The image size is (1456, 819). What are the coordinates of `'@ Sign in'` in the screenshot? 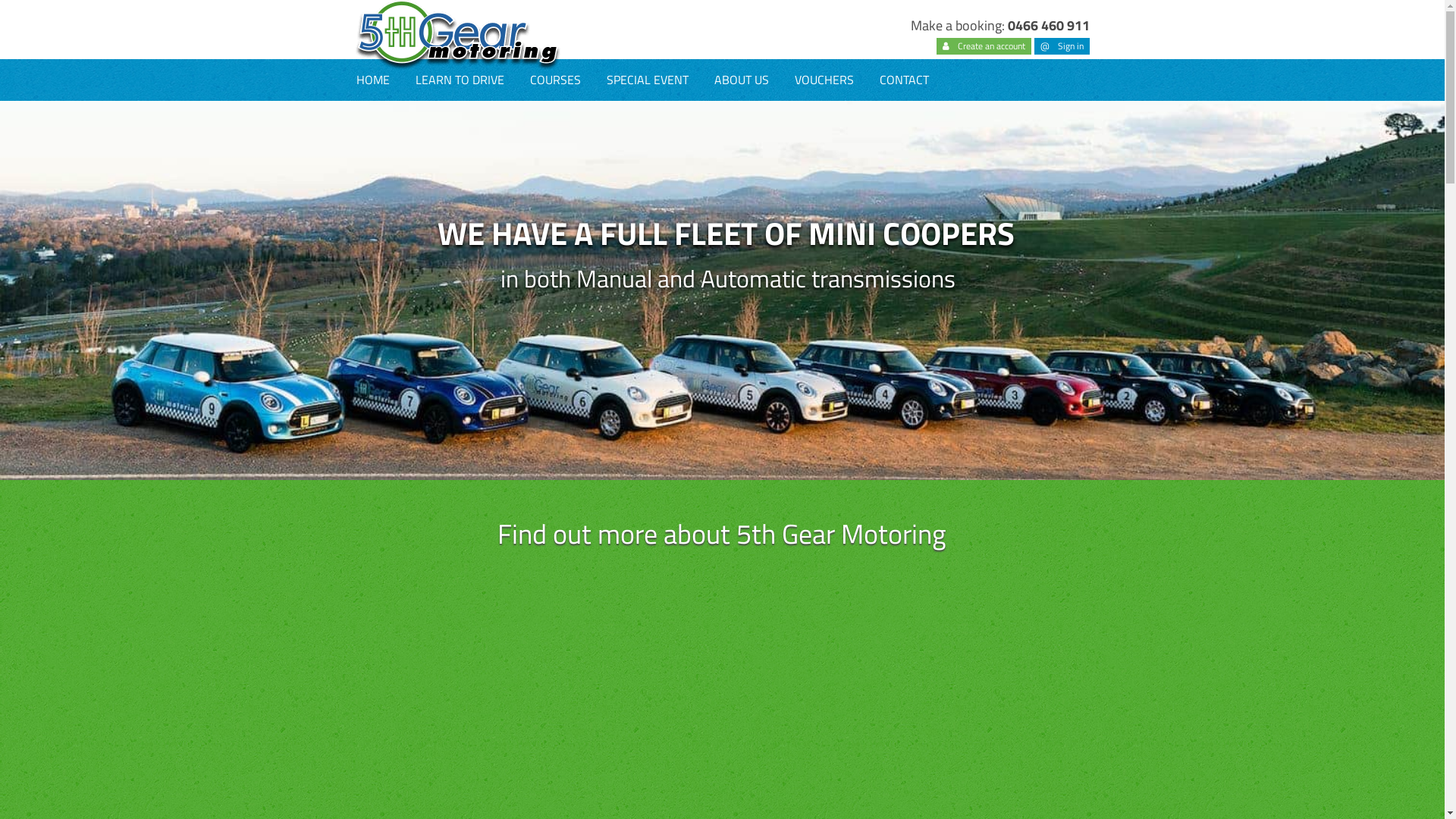 It's located at (1061, 45).